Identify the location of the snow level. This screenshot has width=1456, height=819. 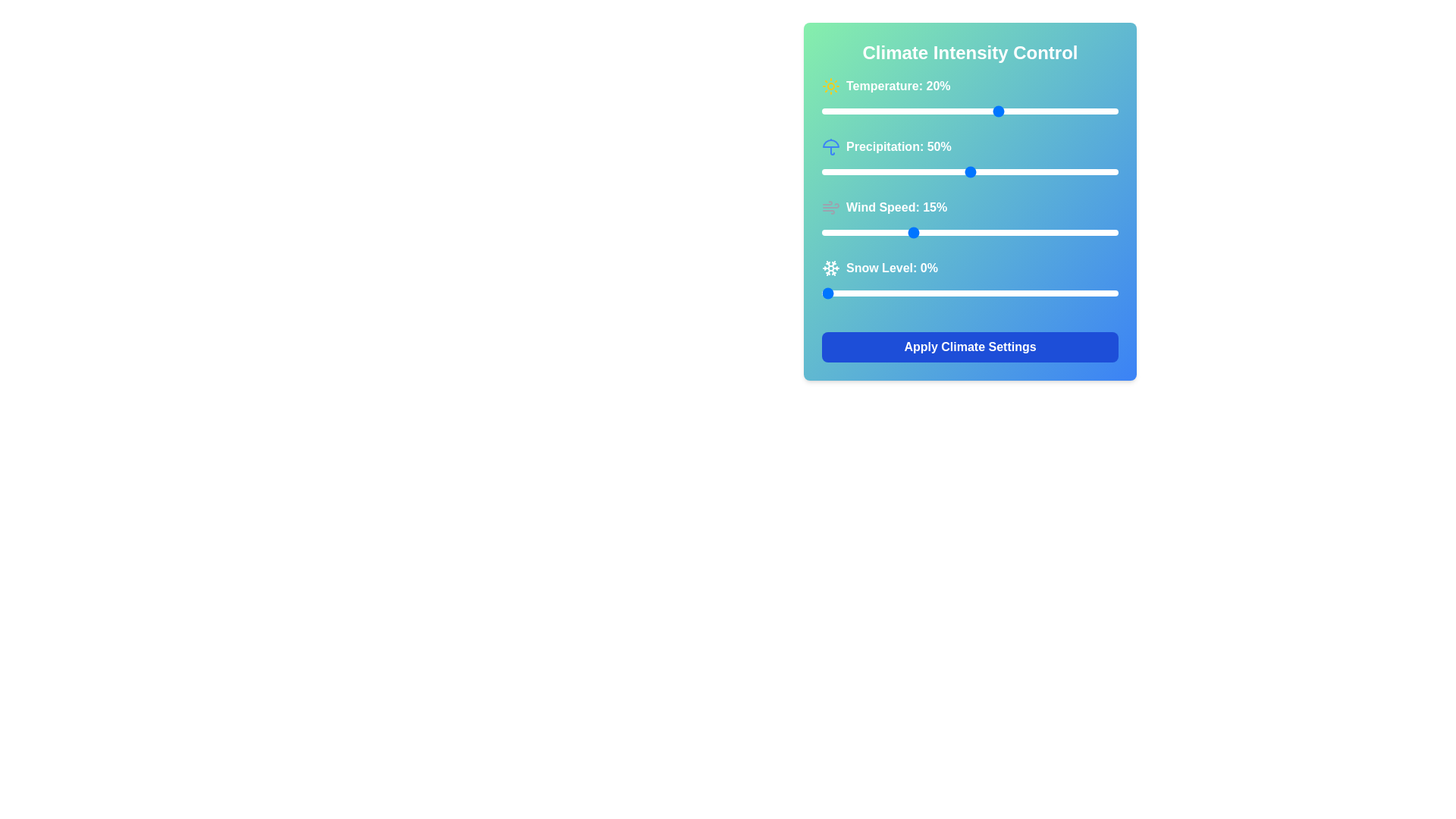
(1082, 293).